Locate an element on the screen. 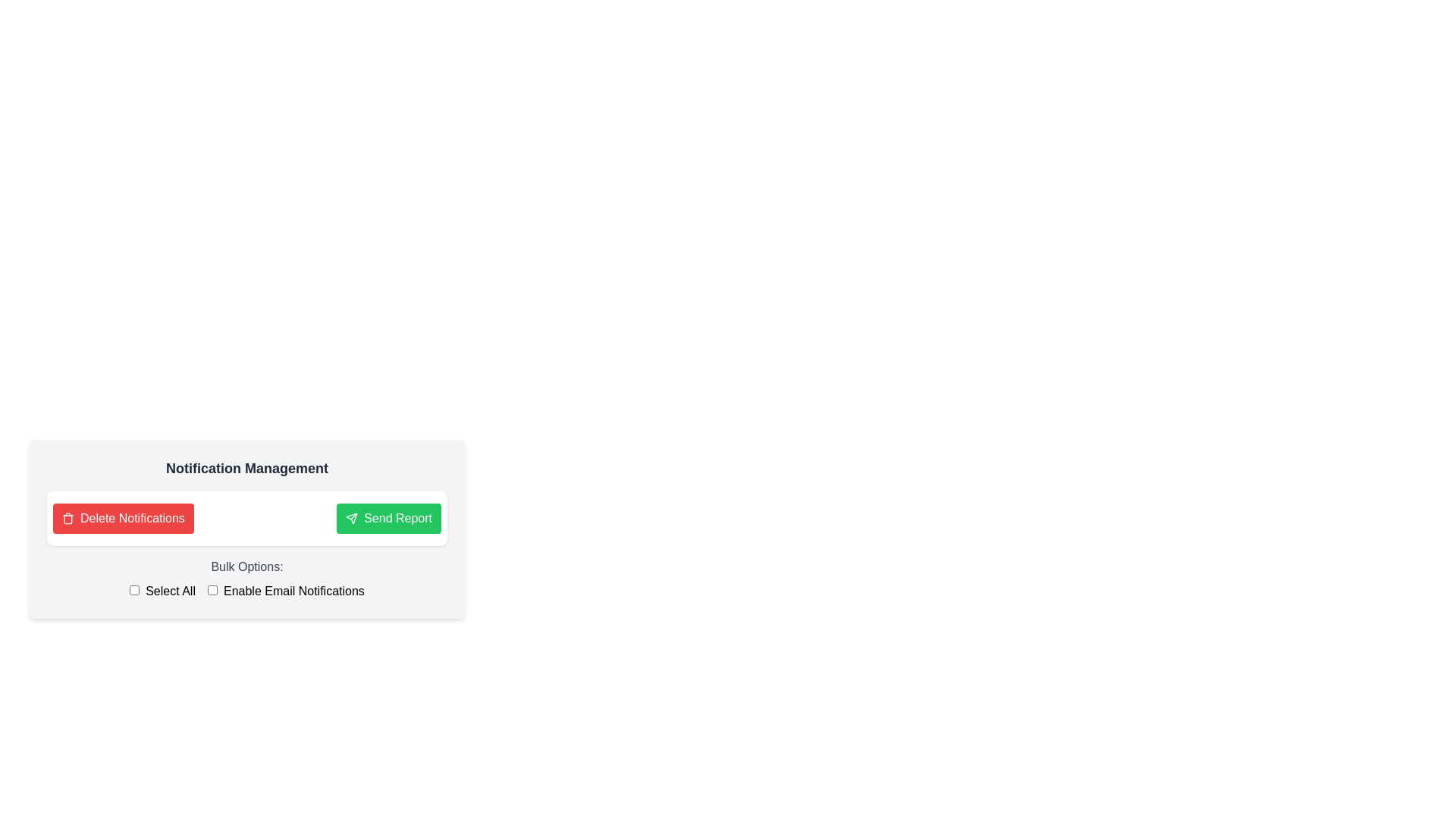 This screenshot has height=819, width=1456. the red 'Delete Notifications' button with white text and a trash can icon is located at coordinates (124, 517).